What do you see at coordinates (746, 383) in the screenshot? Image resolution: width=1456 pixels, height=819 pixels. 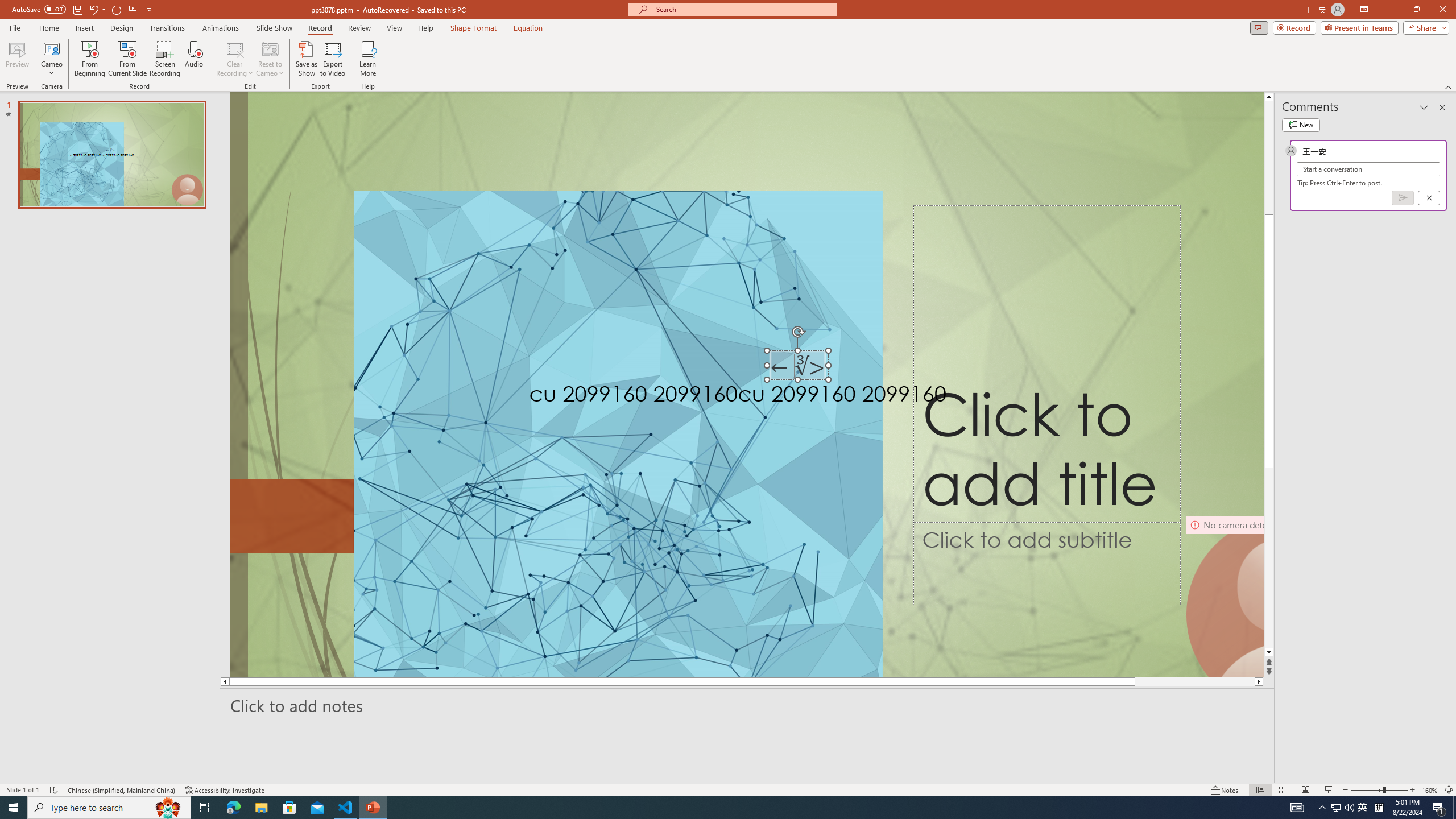 I see `'An abstract genetic concept'` at bounding box center [746, 383].